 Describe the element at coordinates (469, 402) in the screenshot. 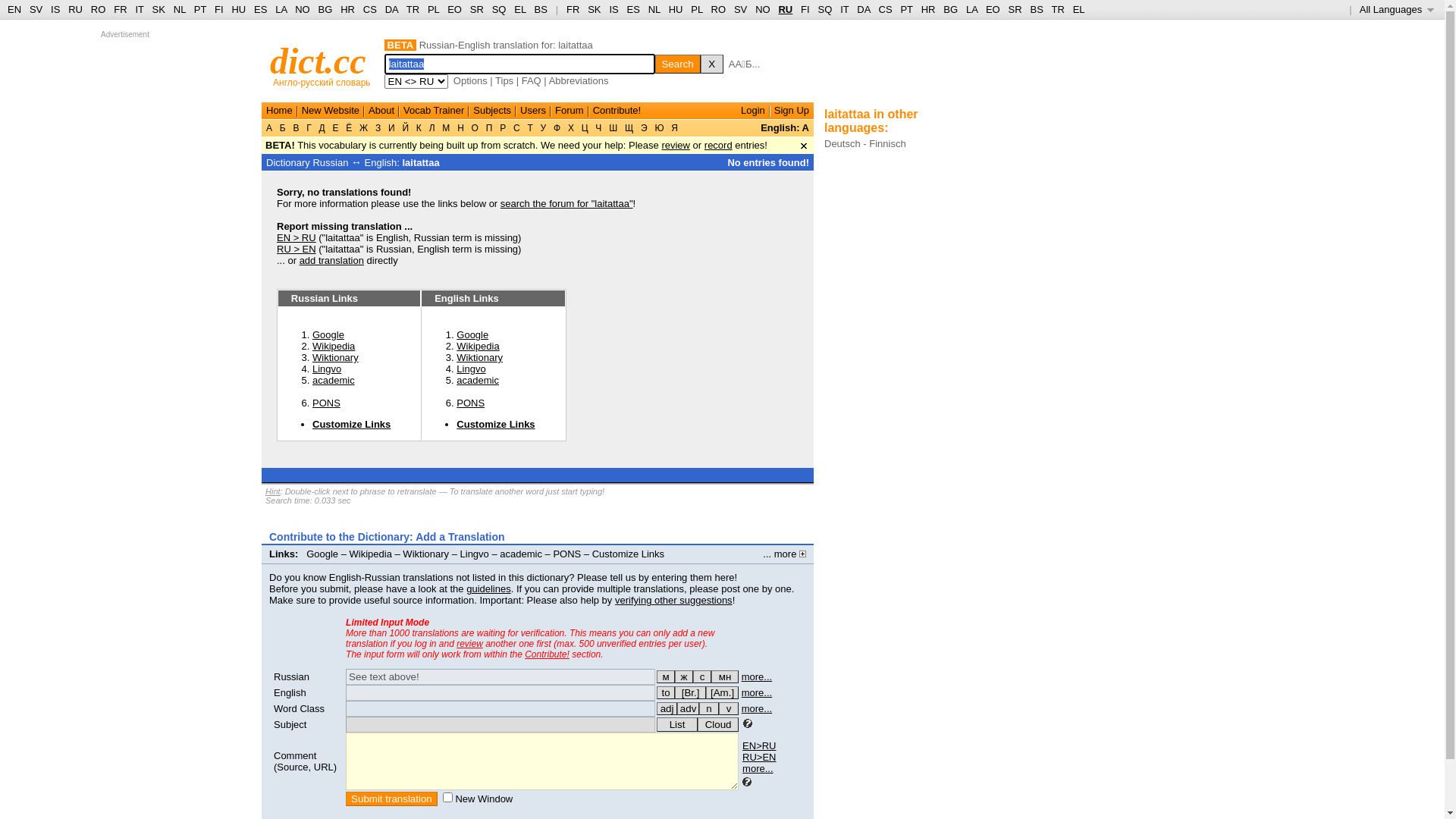

I see `'PONS'` at that location.